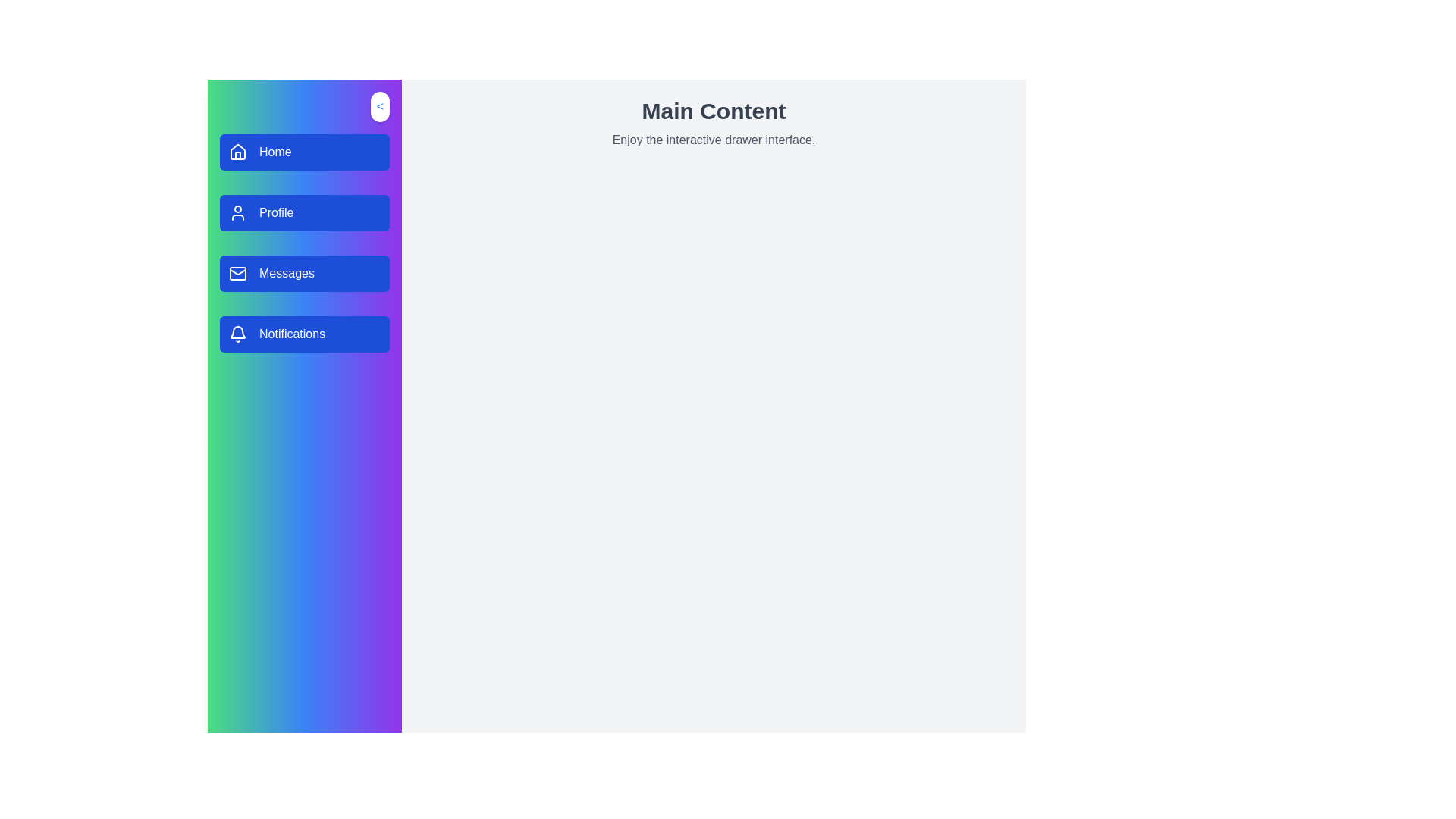 The width and height of the screenshot is (1456, 819). What do you see at coordinates (304, 242) in the screenshot?
I see `the 'Profile' button in the navigation menu, which is positioned centrally in the sidebar as the second item below the 'Home' button` at bounding box center [304, 242].